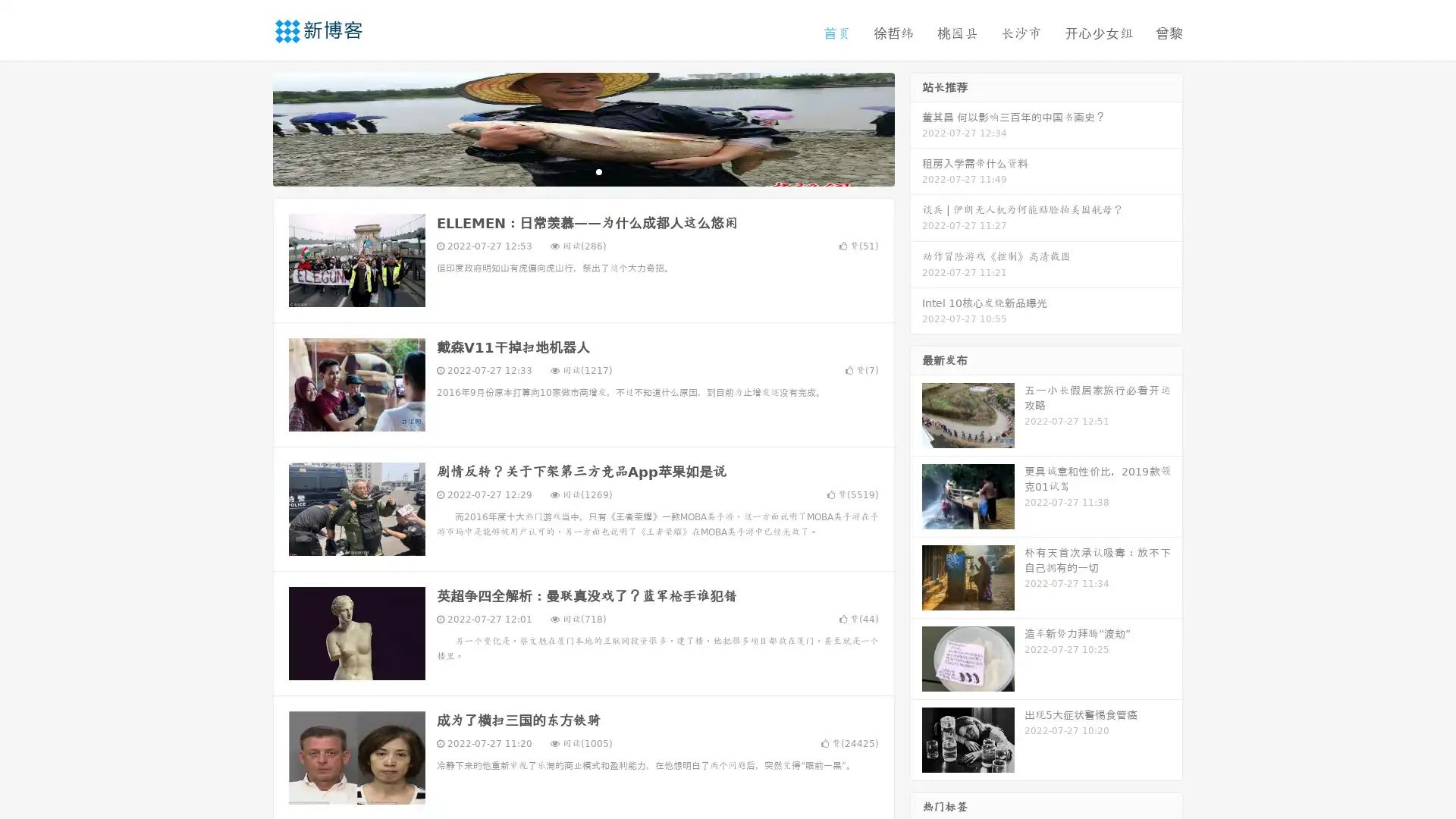 This screenshot has width=1456, height=819. What do you see at coordinates (916, 127) in the screenshot?
I see `Next slide` at bounding box center [916, 127].